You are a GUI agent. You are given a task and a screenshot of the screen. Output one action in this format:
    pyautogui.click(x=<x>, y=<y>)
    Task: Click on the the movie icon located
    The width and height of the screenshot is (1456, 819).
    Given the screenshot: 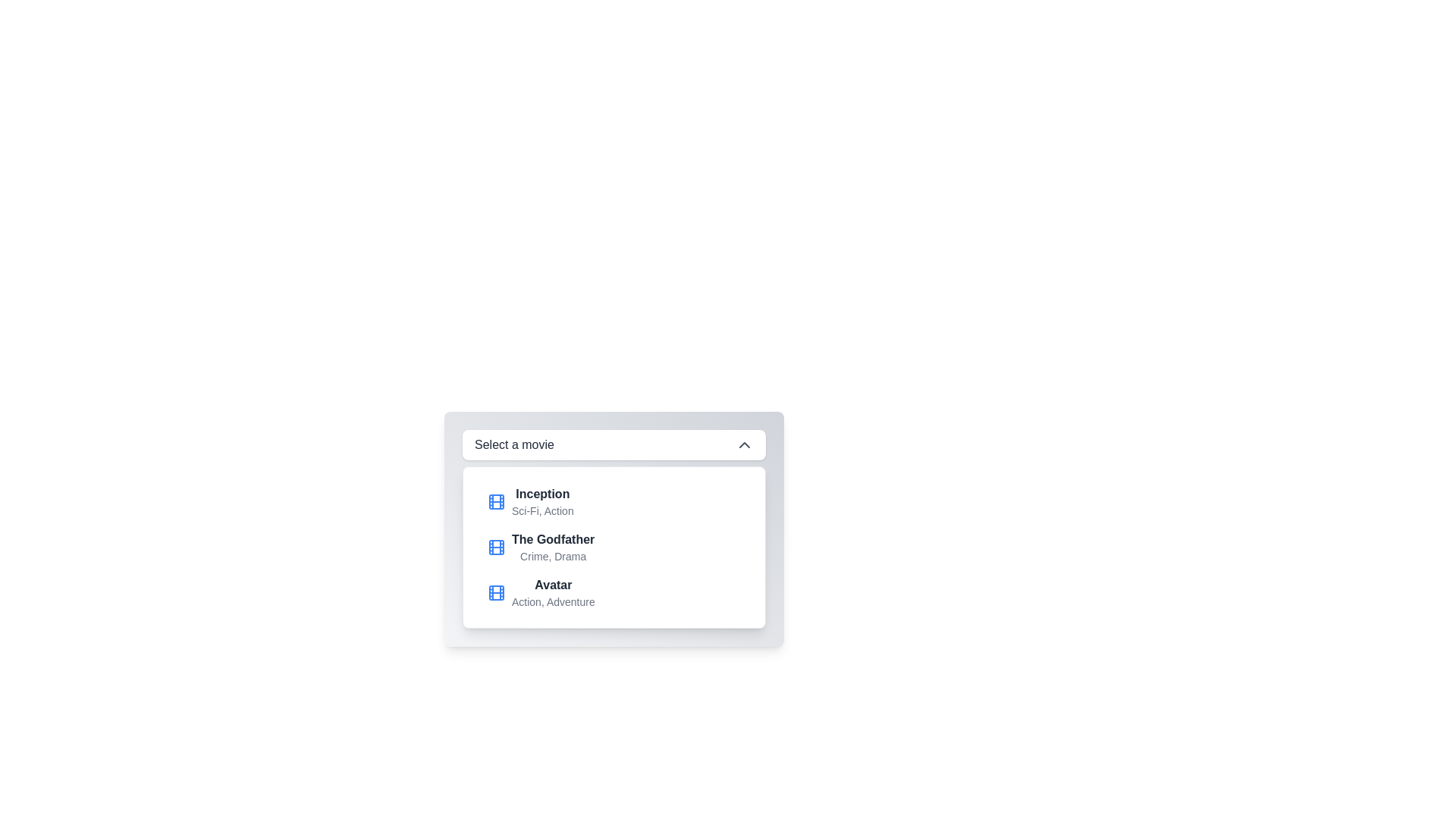 What is the action you would take?
    pyautogui.click(x=496, y=592)
    